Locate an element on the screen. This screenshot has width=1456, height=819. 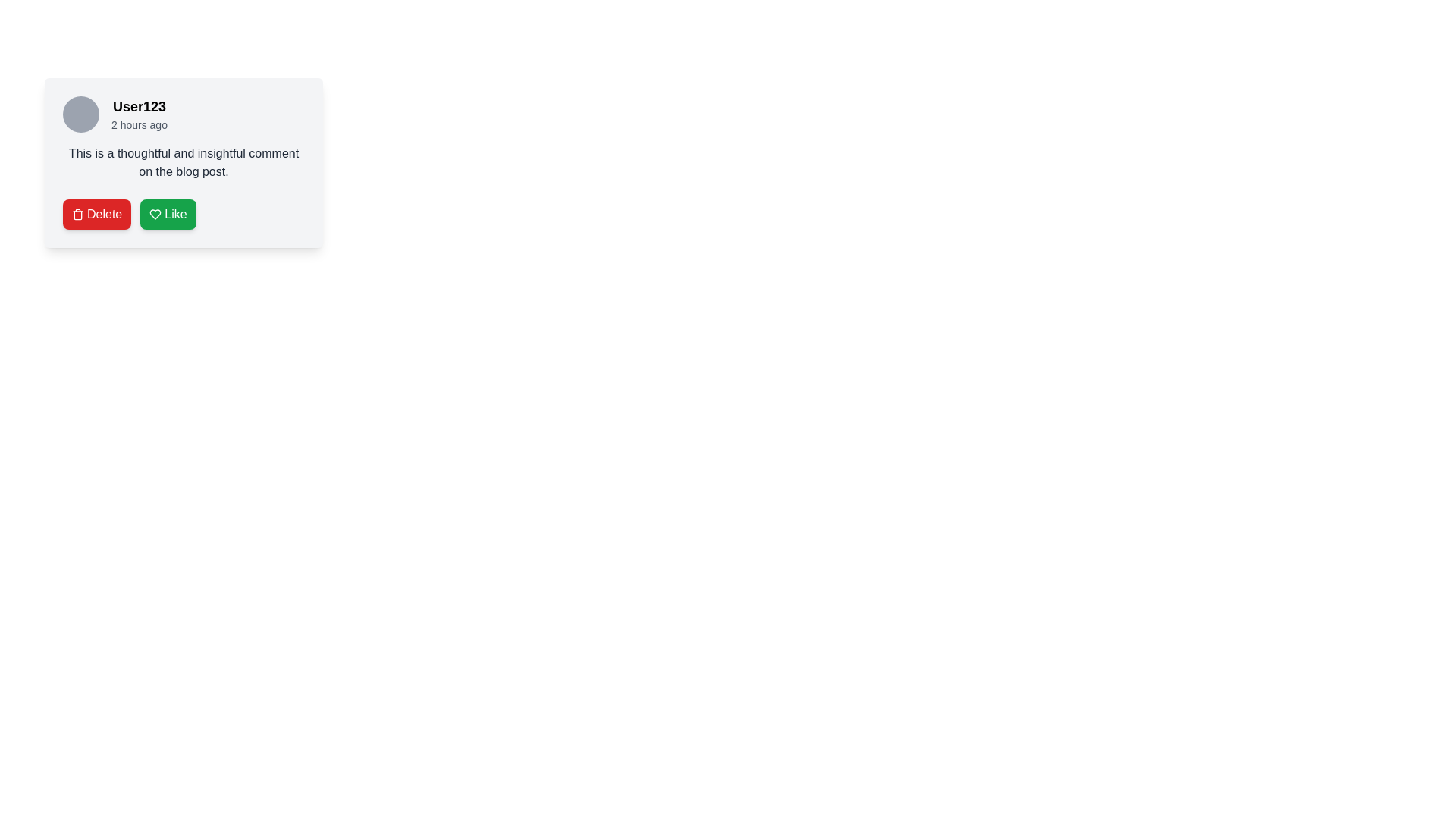
relative timestamp text located below the username 'User123' in the user comment section to gather contextual timing information is located at coordinates (139, 124).